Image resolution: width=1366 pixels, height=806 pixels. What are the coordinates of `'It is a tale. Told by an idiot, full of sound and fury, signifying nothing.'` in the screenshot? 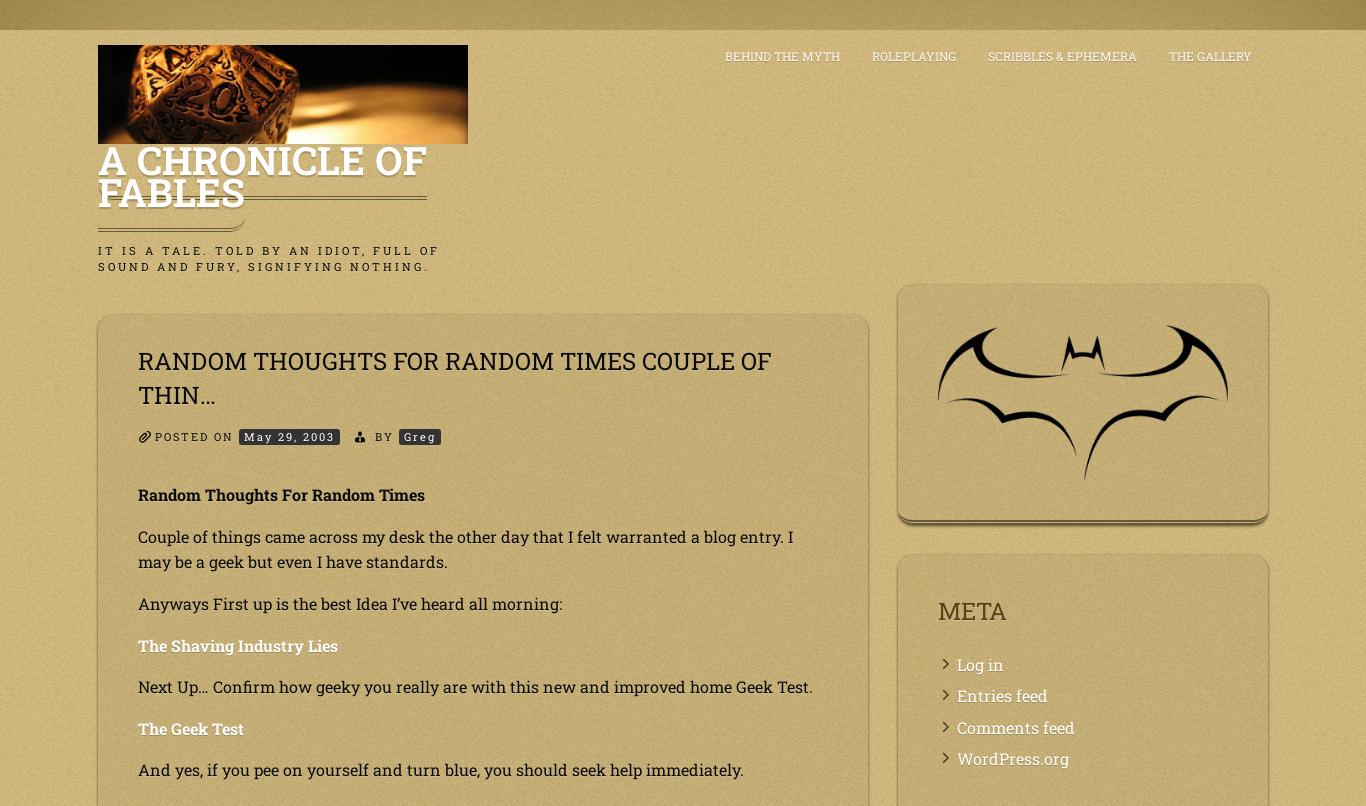 It's located at (97, 256).